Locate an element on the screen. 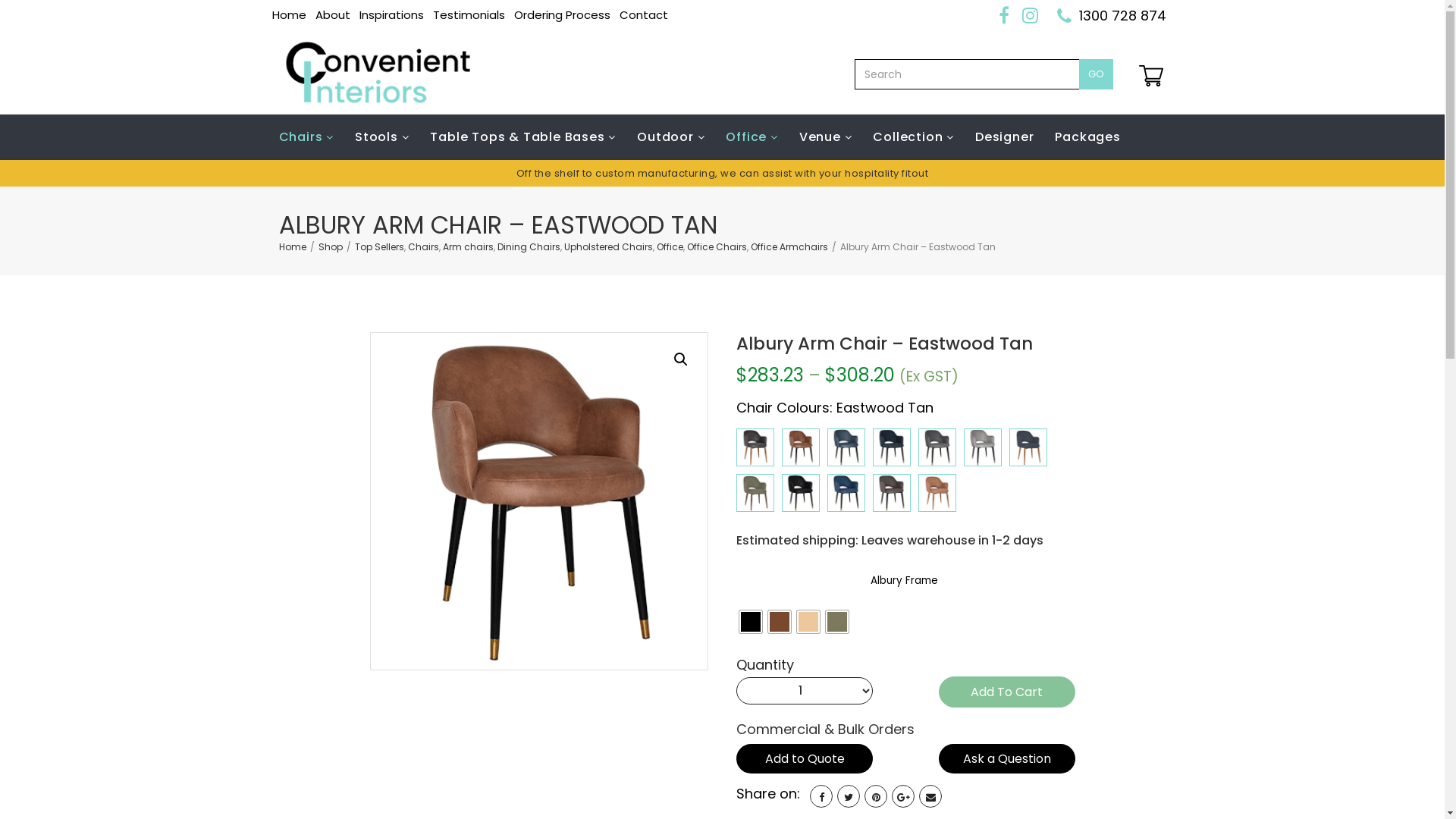 Image resolution: width=1456 pixels, height=819 pixels. 'Designer' is located at coordinates (1004, 137).